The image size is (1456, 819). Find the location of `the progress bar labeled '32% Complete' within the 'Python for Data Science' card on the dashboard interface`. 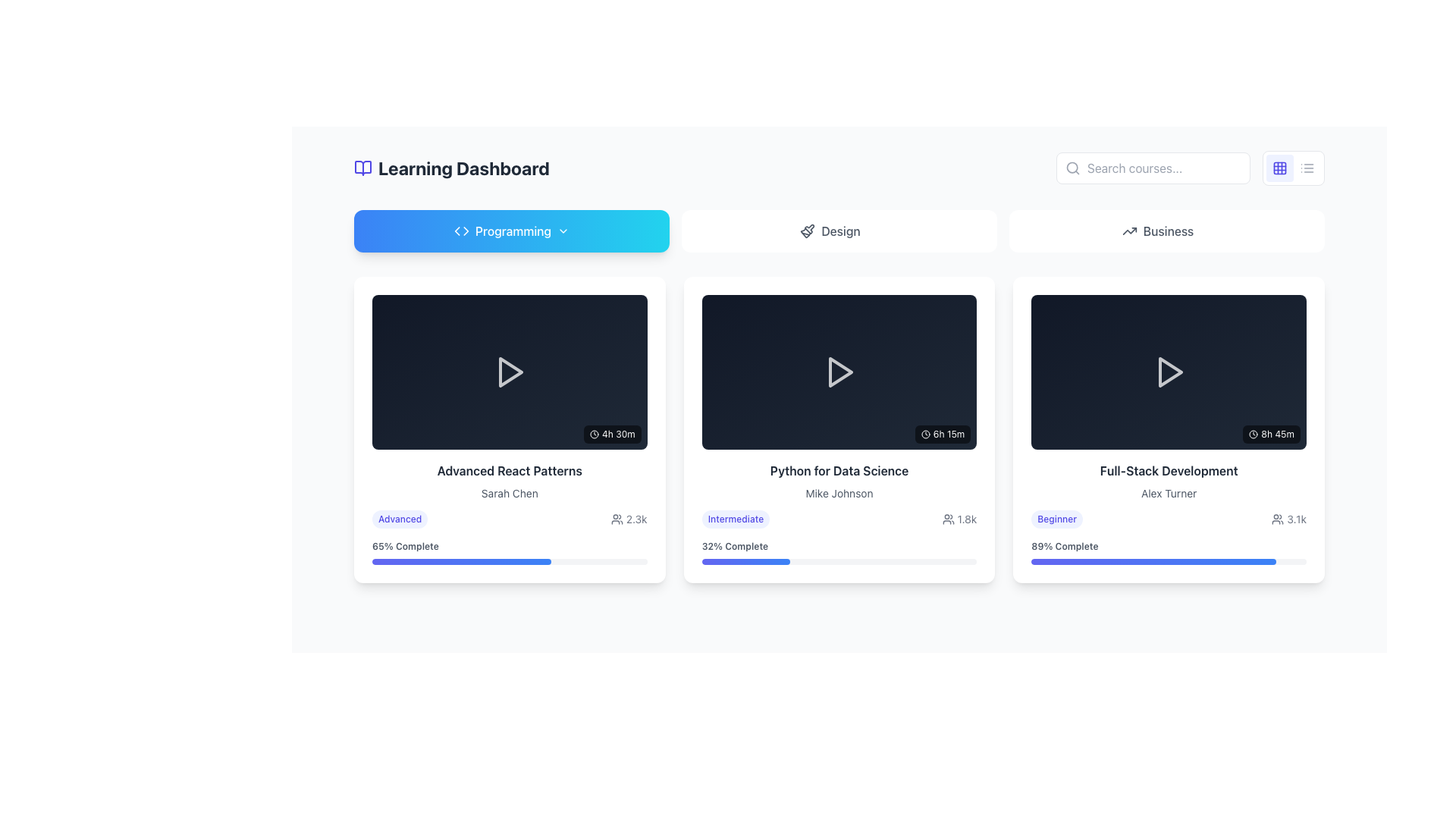

the progress bar labeled '32% Complete' within the 'Python for Data Science' card on the dashboard interface is located at coordinates (839, 551).